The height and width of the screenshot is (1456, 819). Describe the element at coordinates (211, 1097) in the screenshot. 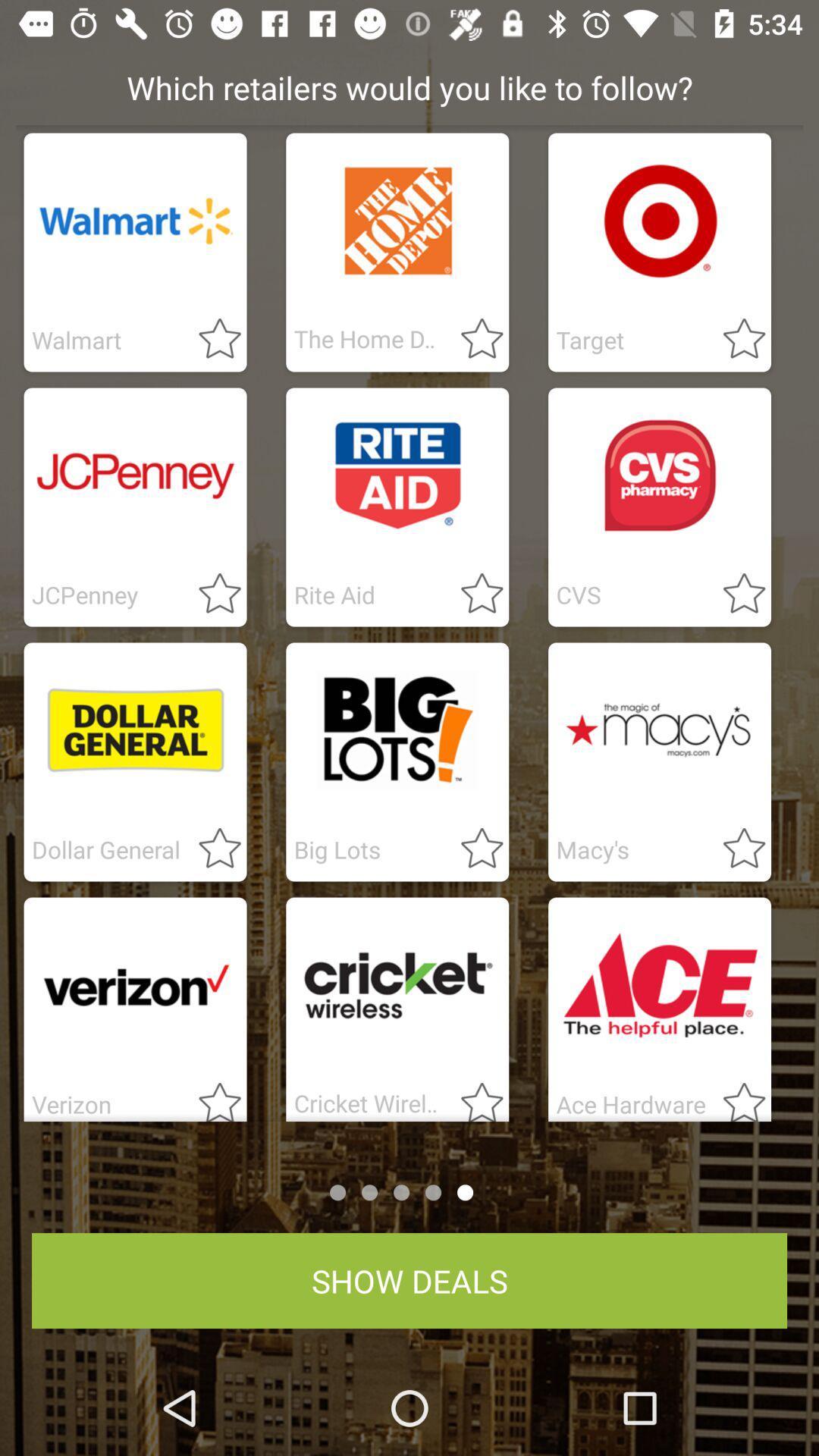

I see `verizon as a favorite` at that location.